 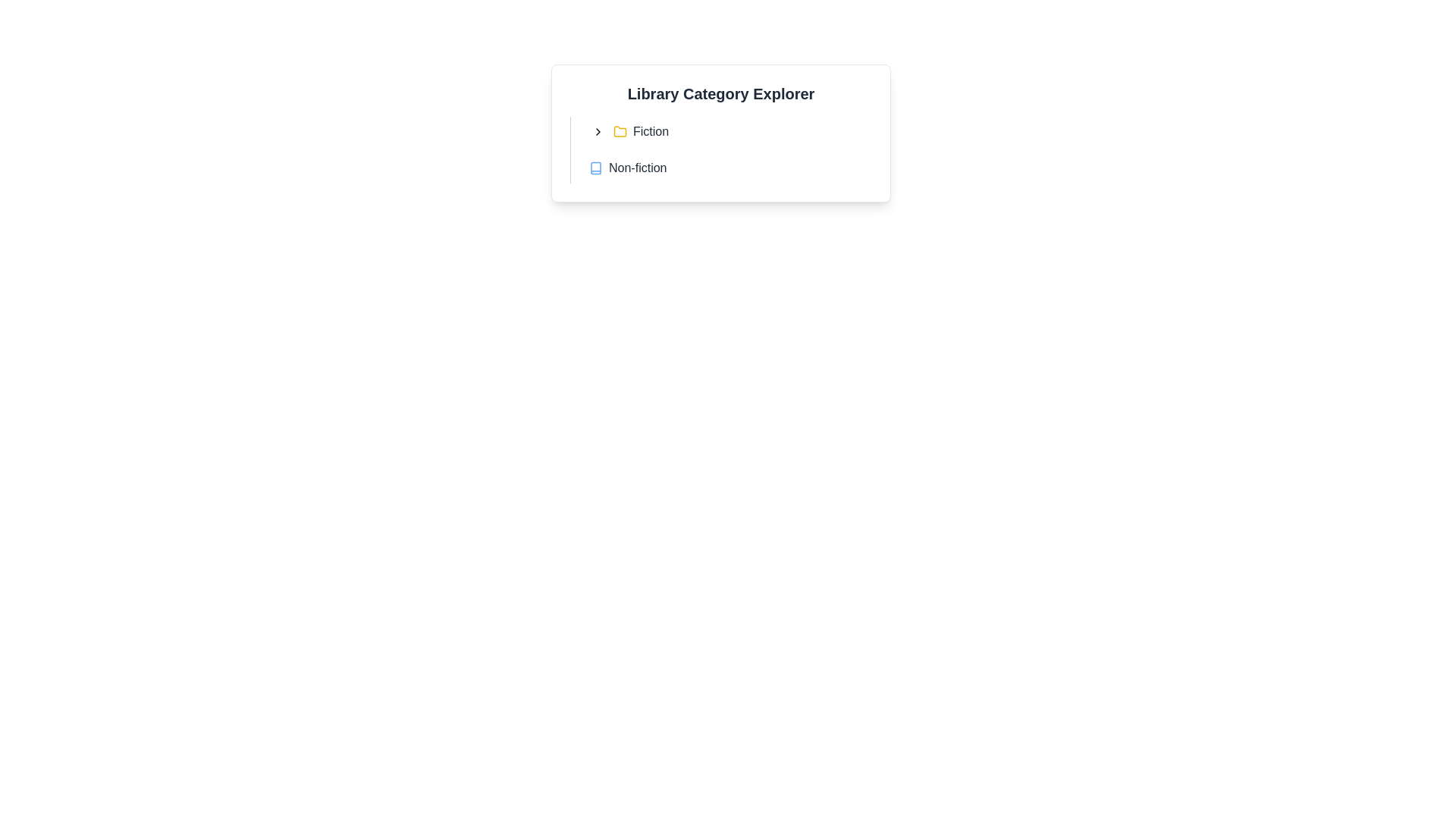 I want to click on the yellow folder icon adjacent to the text labeled 'Fiction' in the 'Library Category Explorer', so click(x=620, y=130).